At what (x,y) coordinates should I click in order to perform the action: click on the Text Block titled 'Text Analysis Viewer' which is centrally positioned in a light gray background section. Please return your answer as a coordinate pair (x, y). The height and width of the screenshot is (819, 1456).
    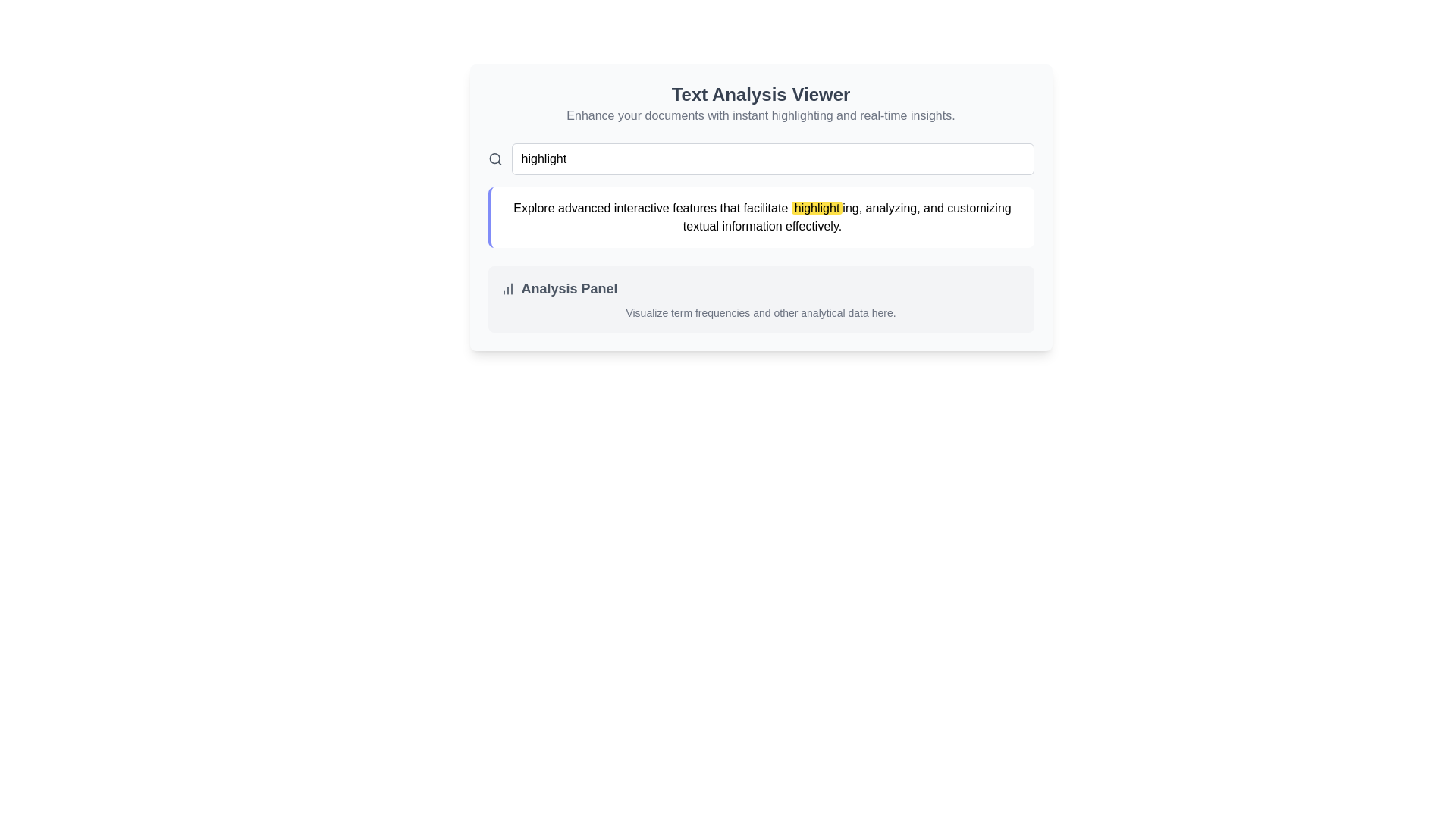
    Looking at the image, I should click on (761, 103).